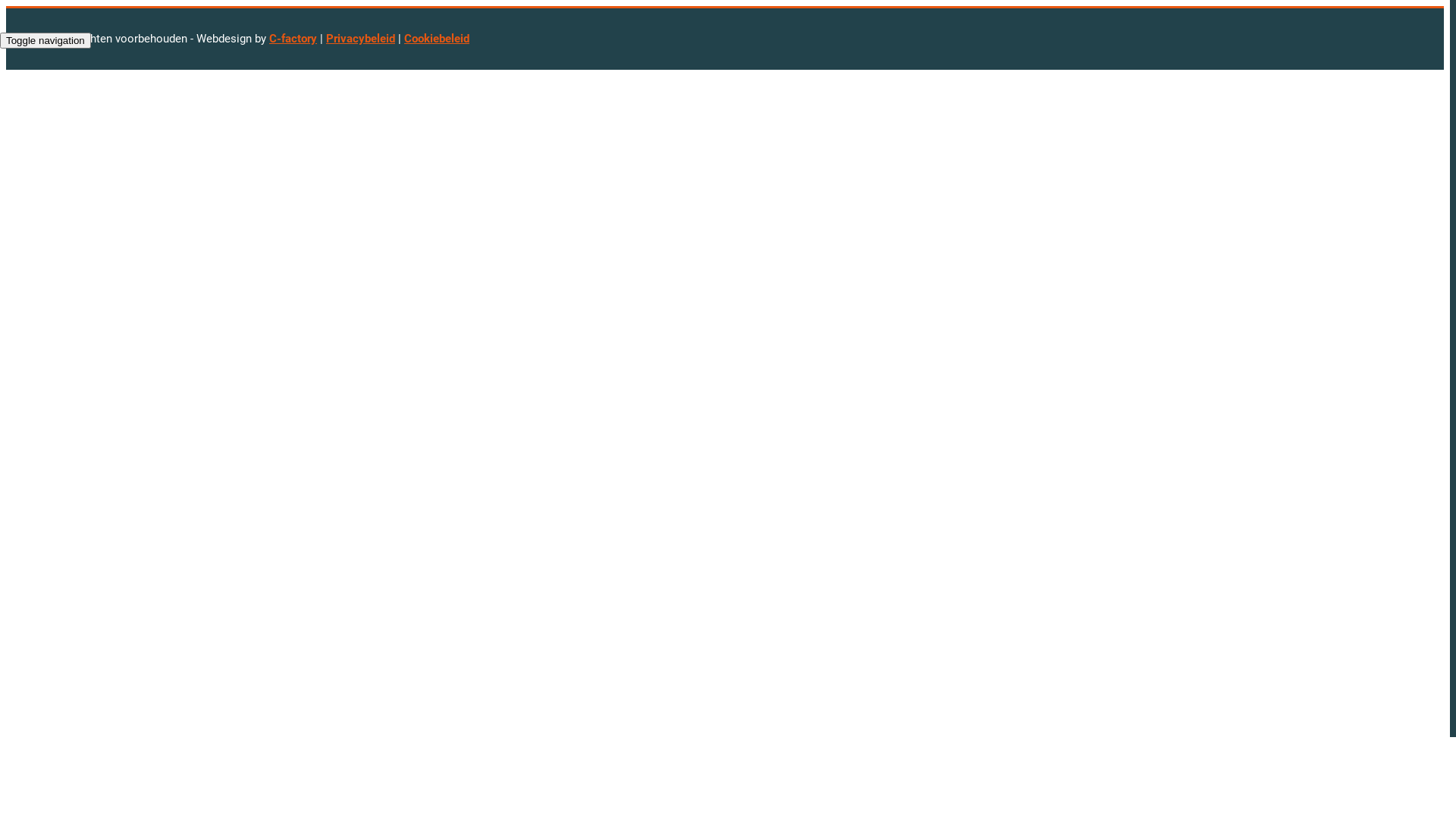 Image resolution: width=1456 pixels, height=819 pixels. What do you see at coordinates (14, 76) in the screenshot?
I see `'HOME'` at bounding box center [14, 76].